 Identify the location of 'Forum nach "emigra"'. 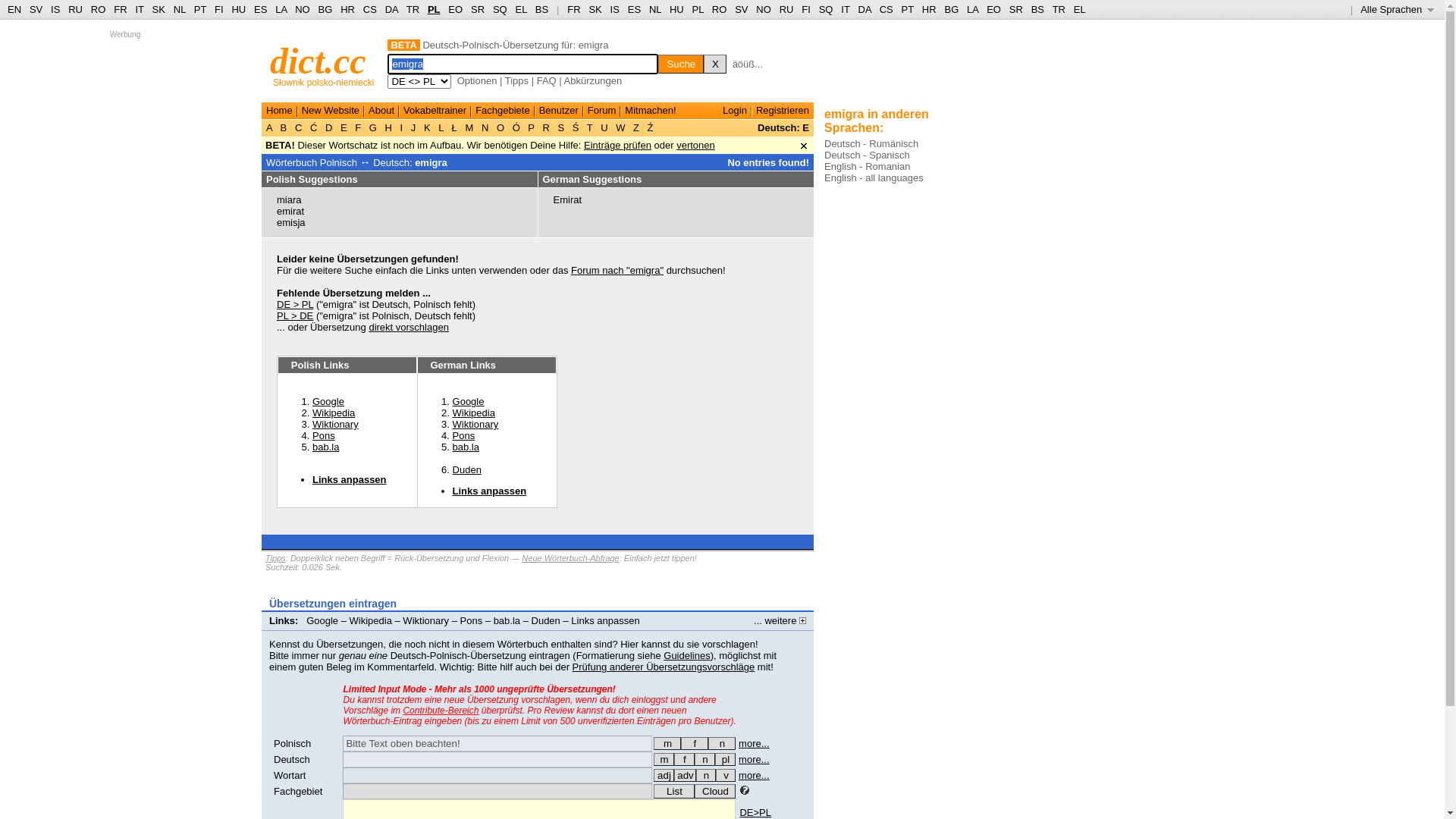
(617, 269).